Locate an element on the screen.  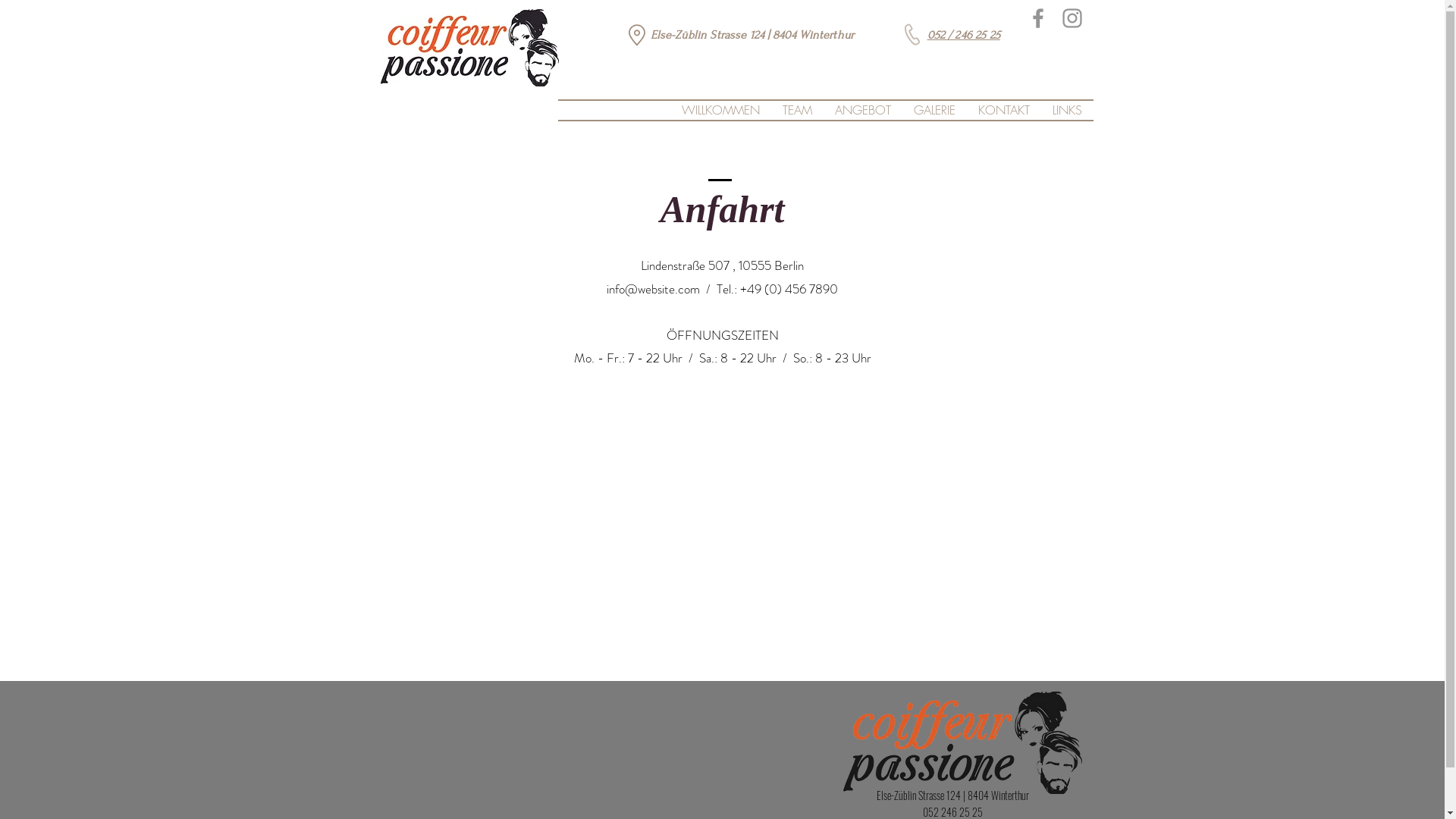
'info@website.com' is located at coordinates (607, 289).